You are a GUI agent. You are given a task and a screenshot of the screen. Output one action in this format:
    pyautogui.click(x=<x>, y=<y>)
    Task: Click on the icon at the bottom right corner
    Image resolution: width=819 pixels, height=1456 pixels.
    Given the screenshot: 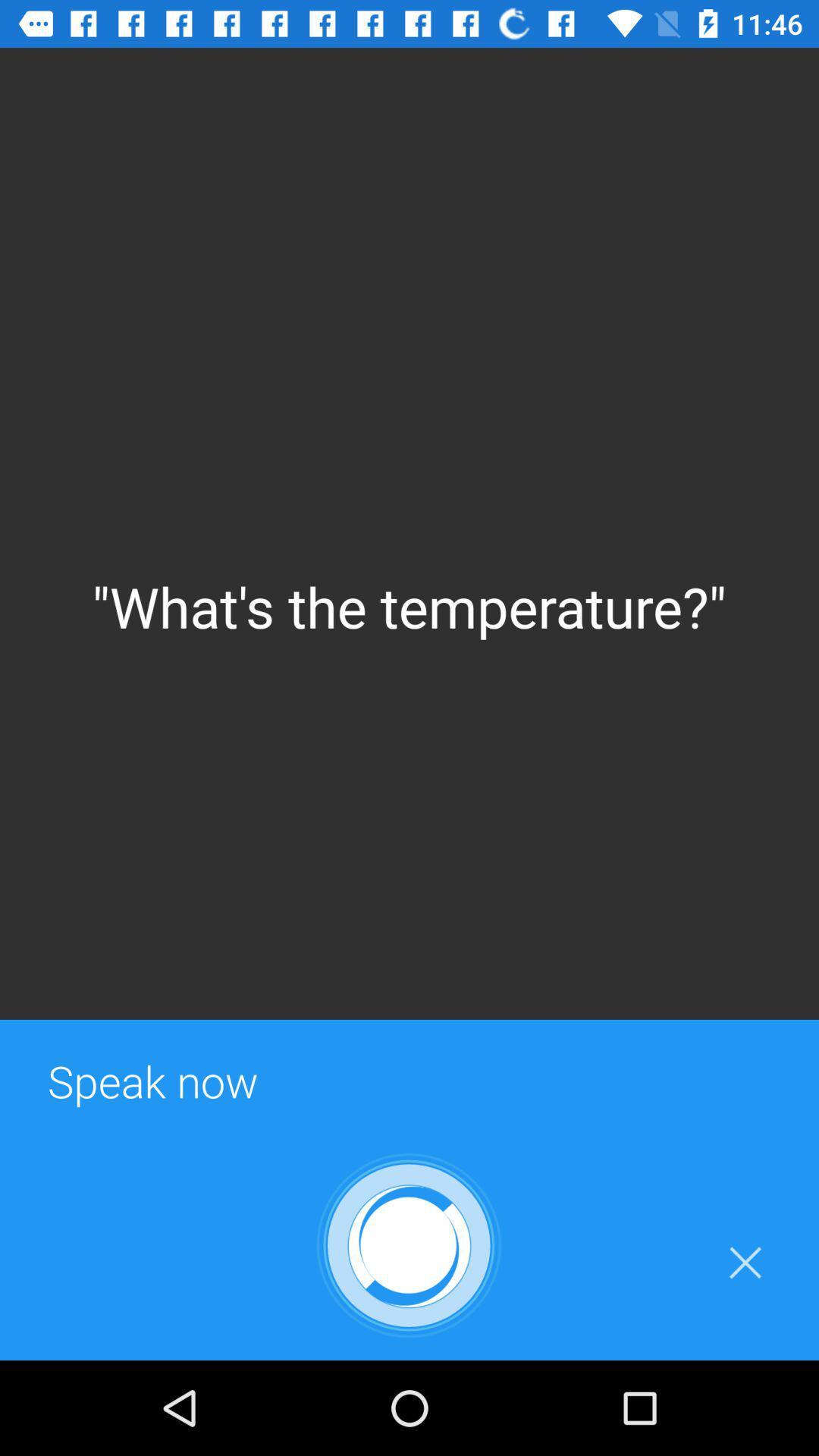 What is the action you would take?
    pyautogui.click(x=744, y=1263)
    